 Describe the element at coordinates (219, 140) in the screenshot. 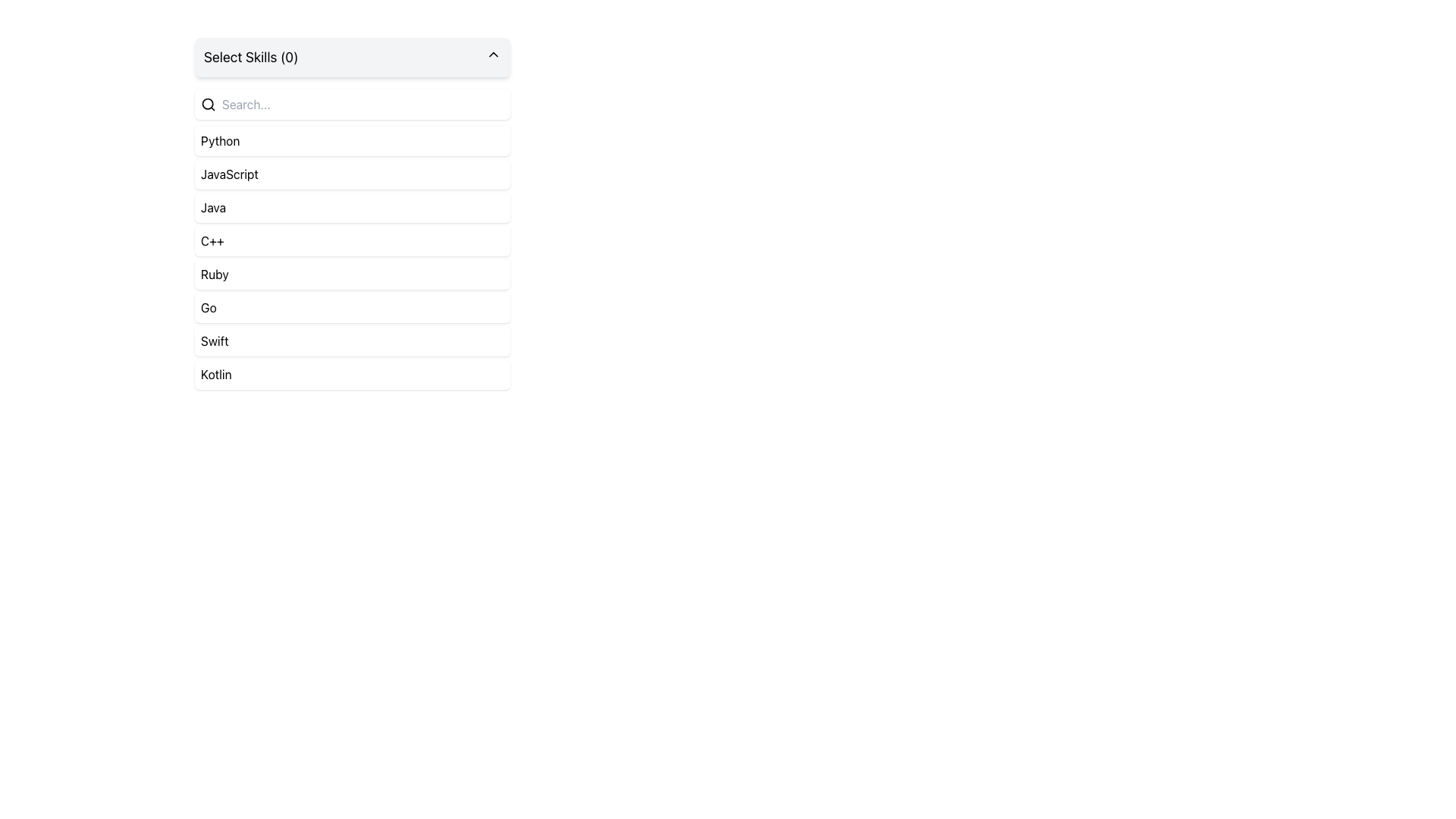

I see `the first selectable skill or category in the dropdown list labeled 'Select Skills (0)'` at that location.